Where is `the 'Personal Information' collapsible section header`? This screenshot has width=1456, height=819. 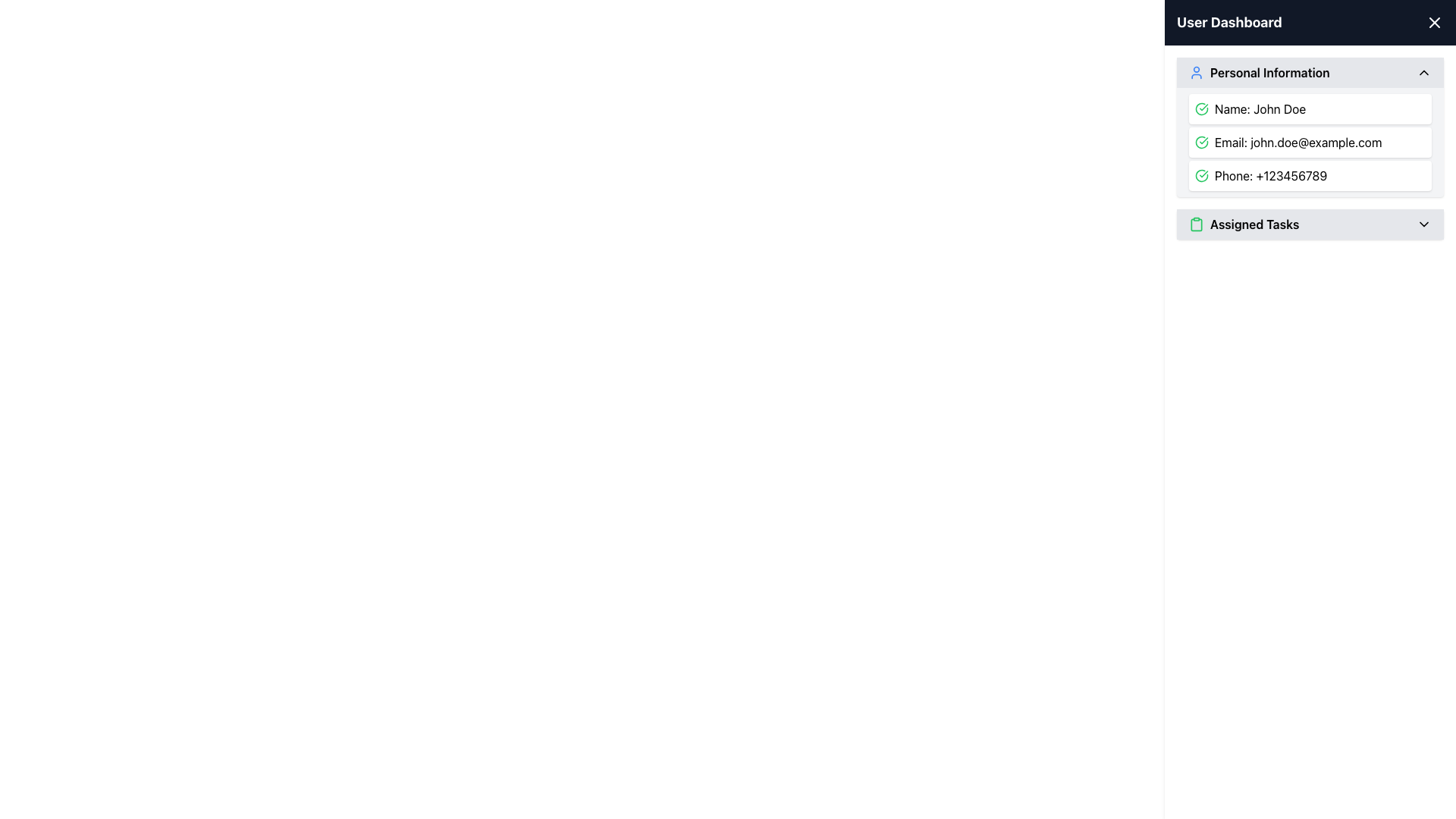
the 'Personal Information' collapsible section header is located at coordinates (1310, 73).